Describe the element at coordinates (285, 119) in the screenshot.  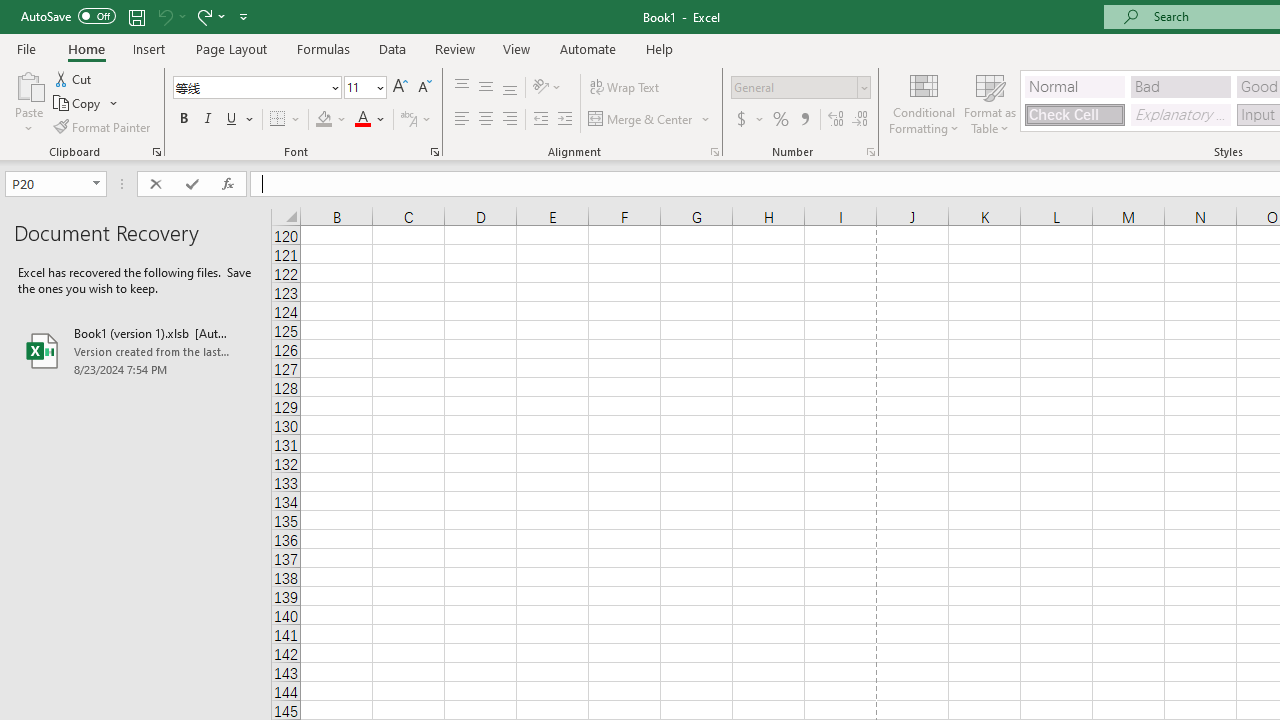
I see `'Borders'` at that location.